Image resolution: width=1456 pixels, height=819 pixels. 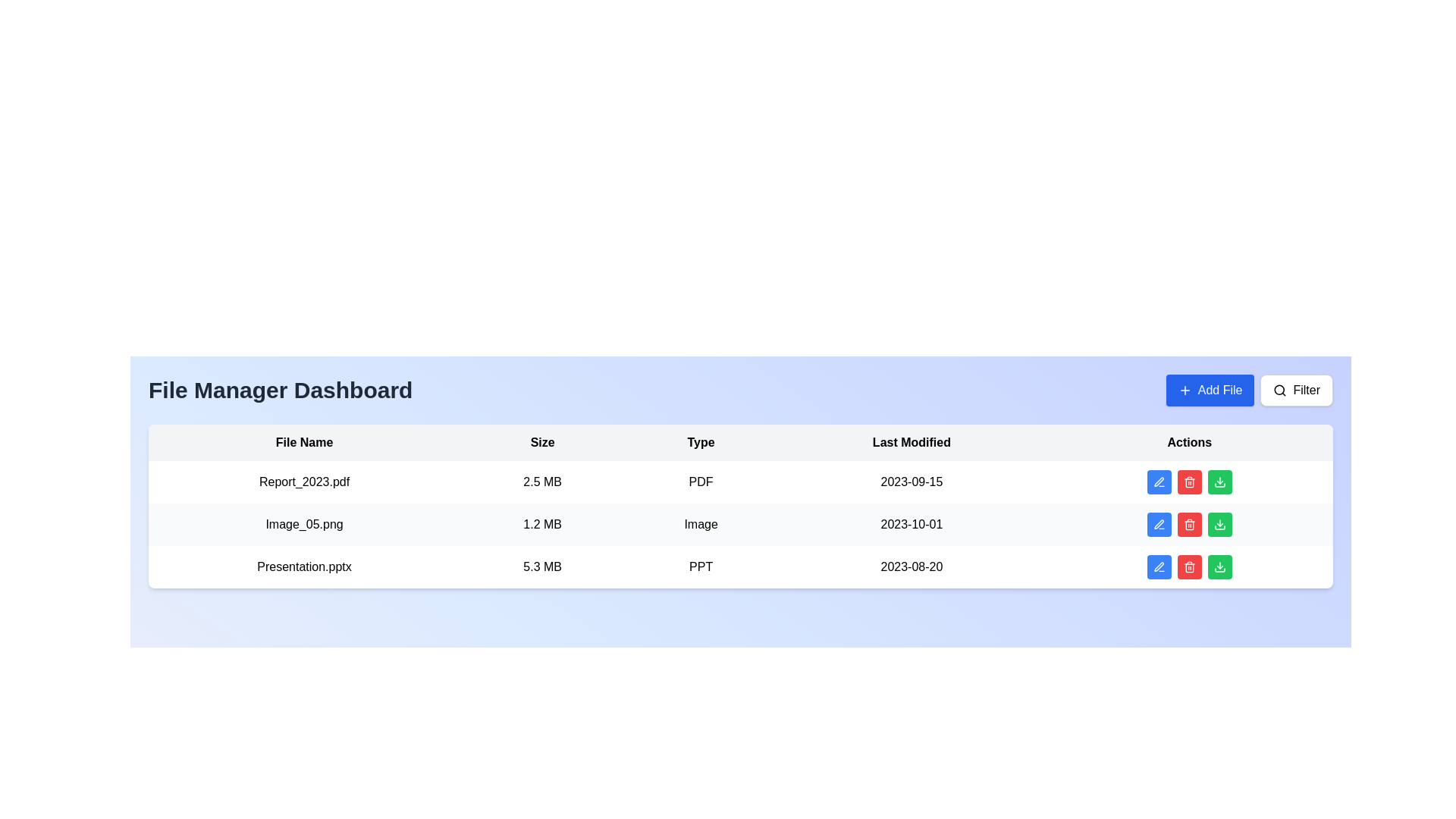 What do you see at coordinates (741, 482) in the screenshot?
I see `the first row of the table in the File Manager Dashboard that displays the file's metadata, located above 'Image_05.png'` at bounding box center [741, 482].